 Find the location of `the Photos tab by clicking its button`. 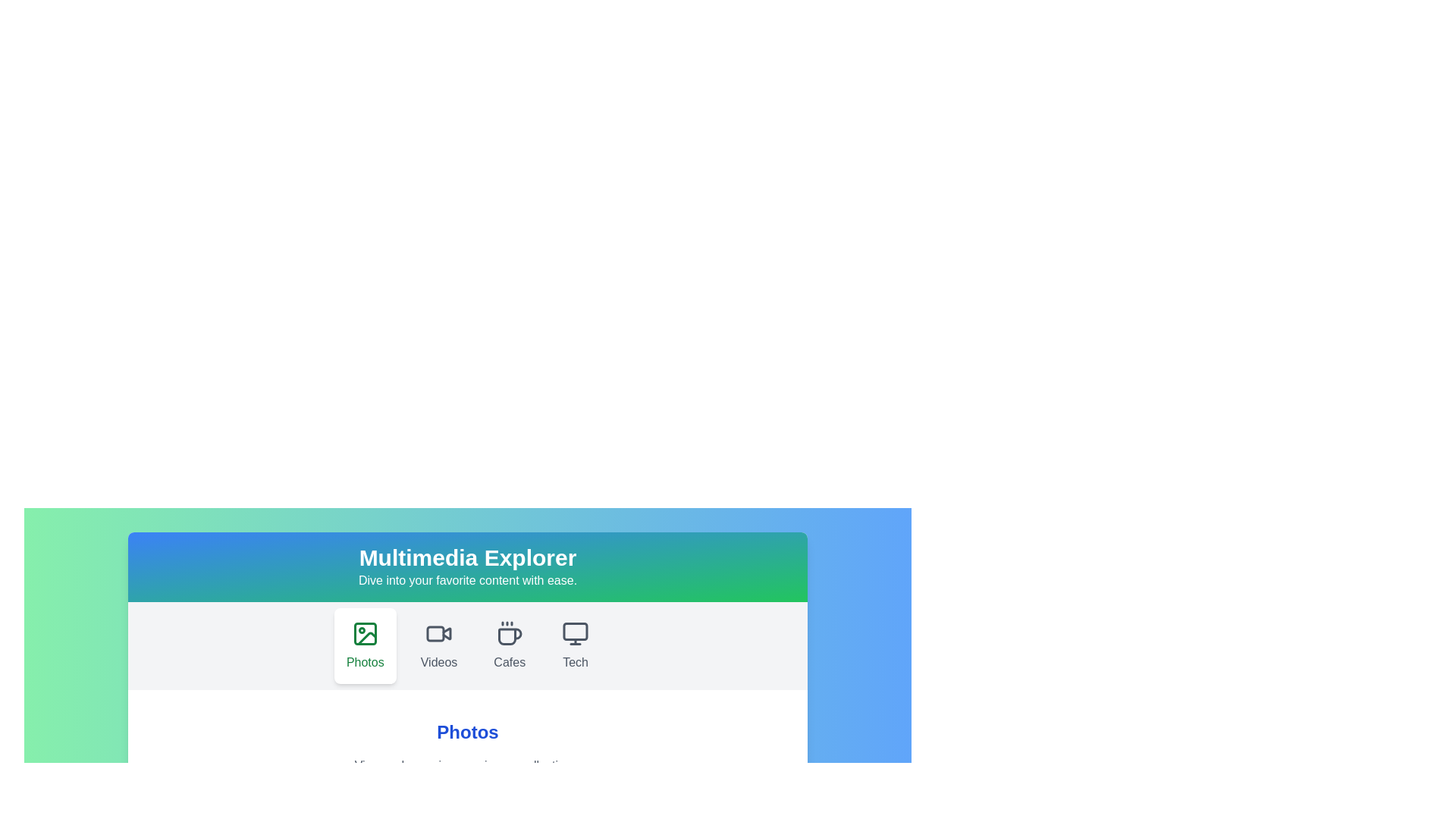

the Photos tab by clicking its button is located at coordinates (365, 646).